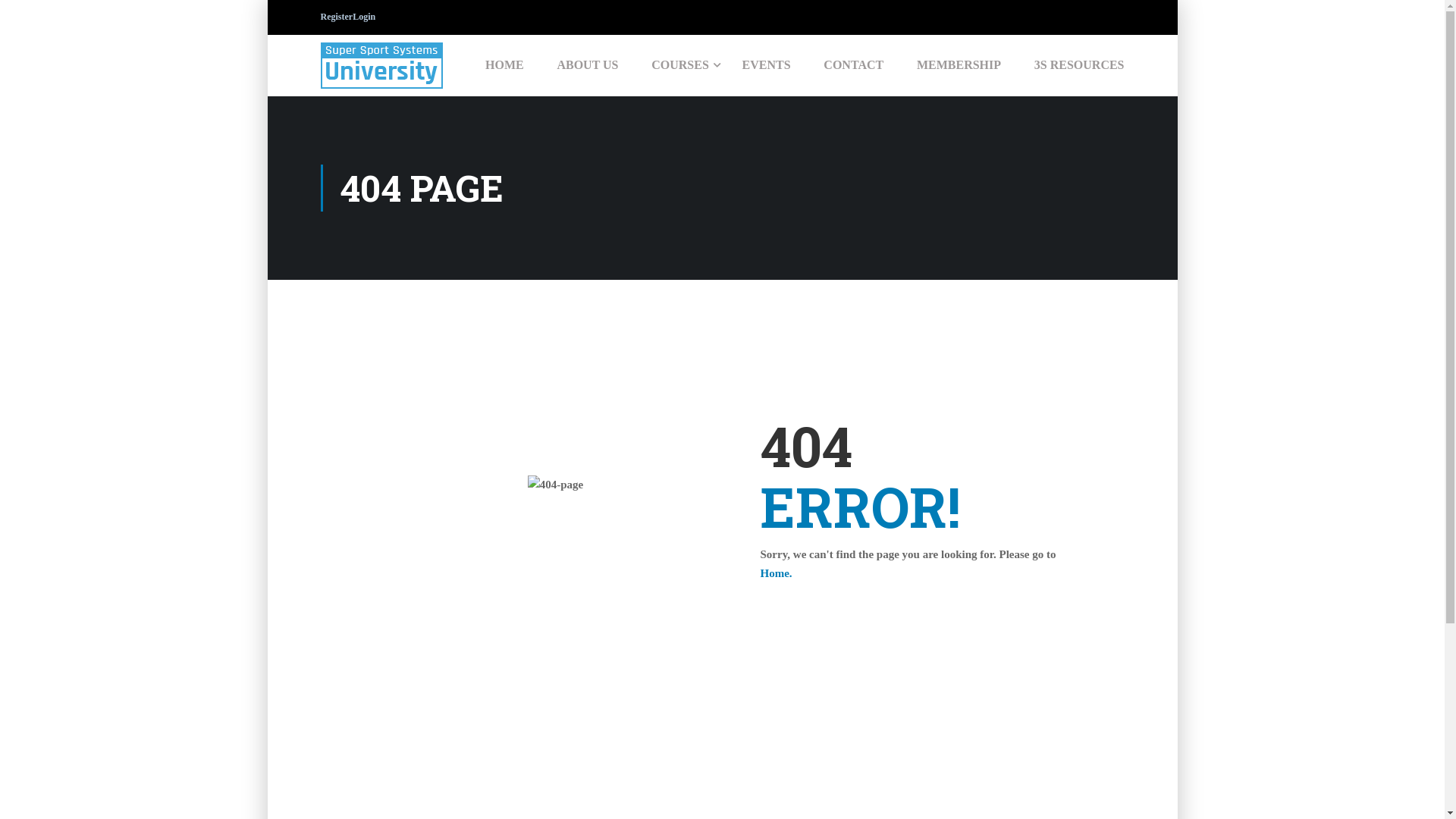 This screenshot has height=819, width=1456. I want to click on 'COURSES', so click(679, 64).